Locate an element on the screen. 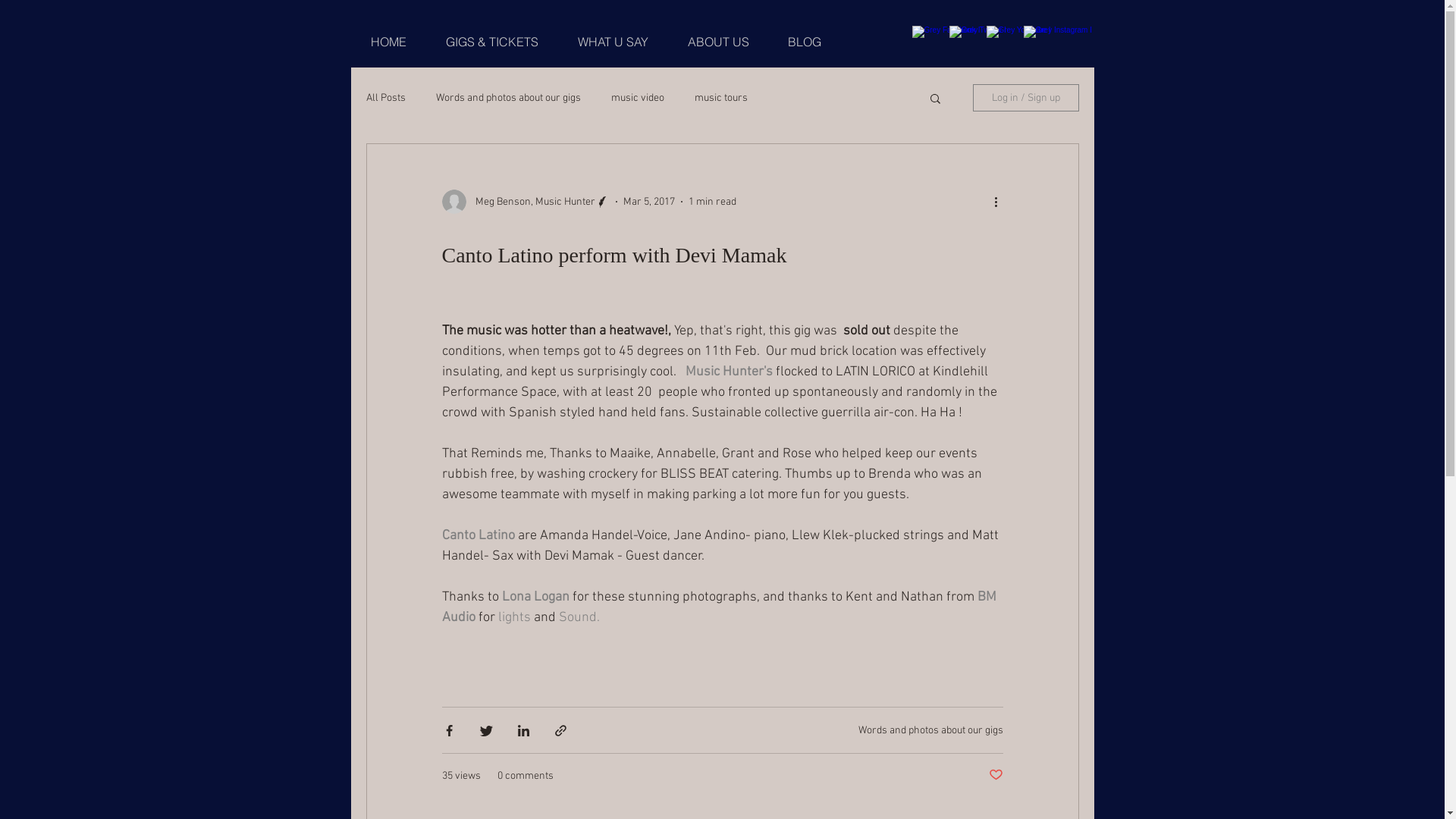 This screenshot has height=819, width=1456. 'All Posts' is located at coordinates (365, 97).